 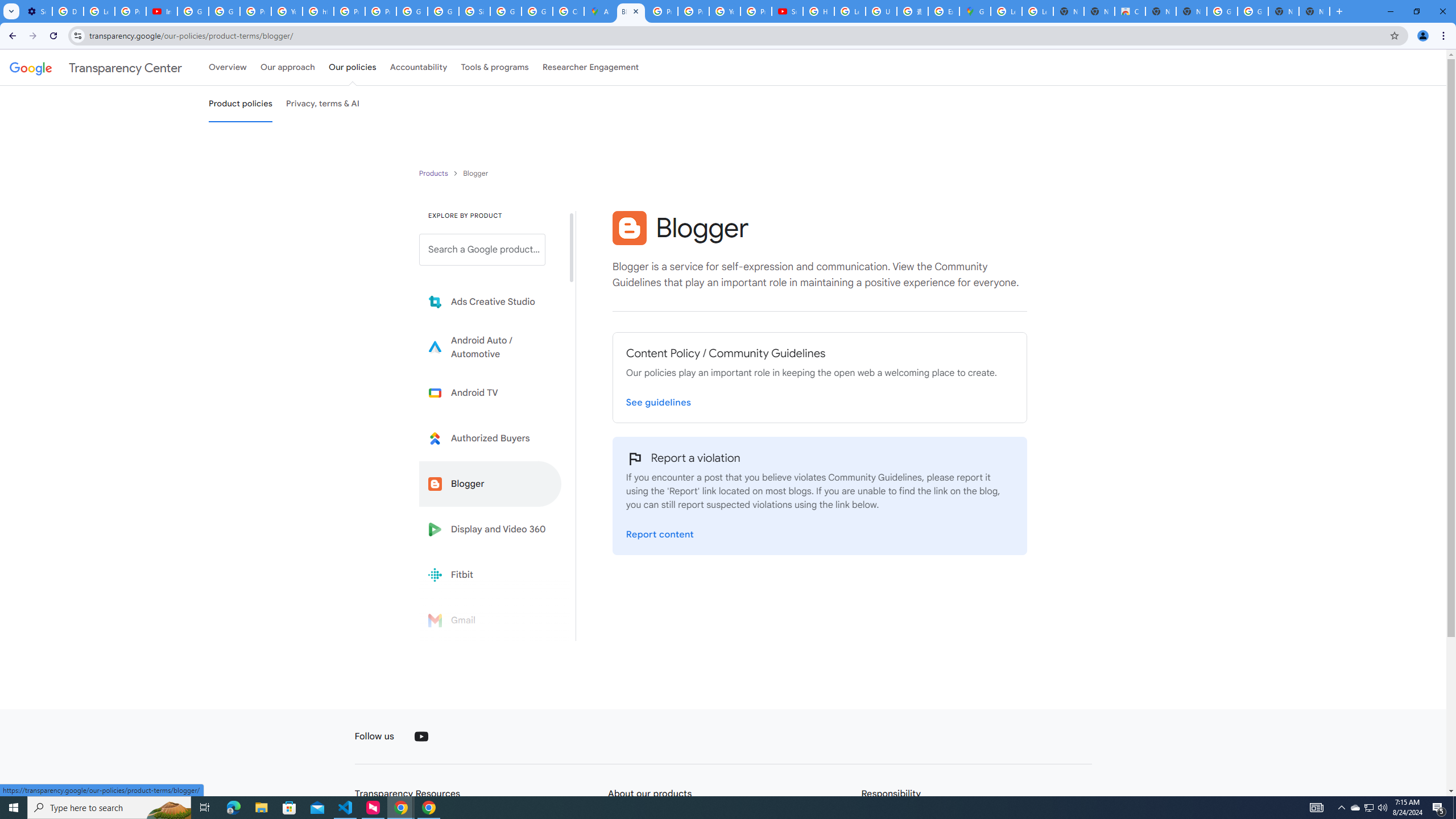 What do you see at coordinates (36, 11) in the screenshot?
I see `'Settings - Performance'` at bounding box center [36, 11].